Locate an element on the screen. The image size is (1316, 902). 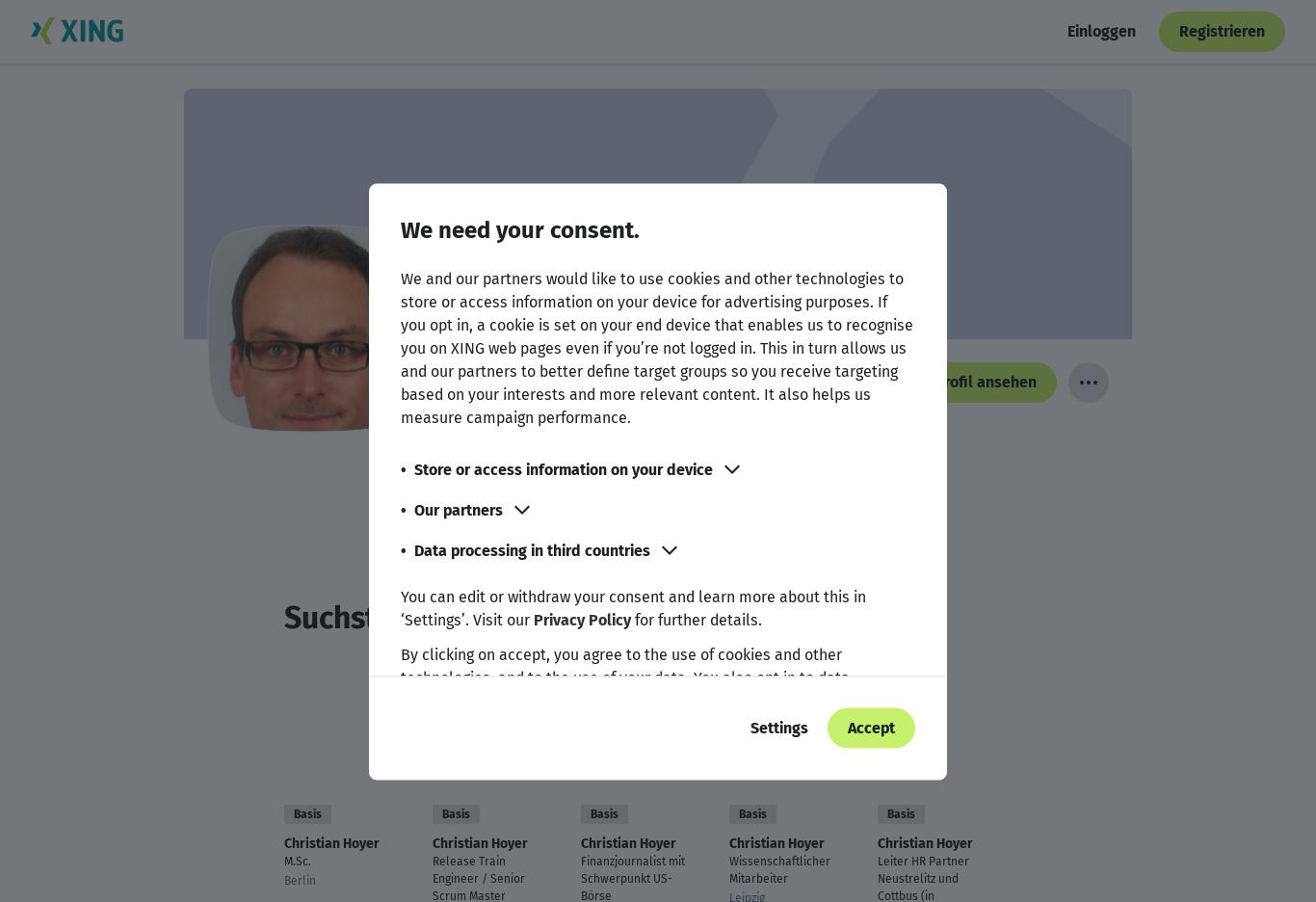
'Angestellt, Senior Referent Bilanzierung, KfW Bankengruppe' is located at coordinates (678, 433).